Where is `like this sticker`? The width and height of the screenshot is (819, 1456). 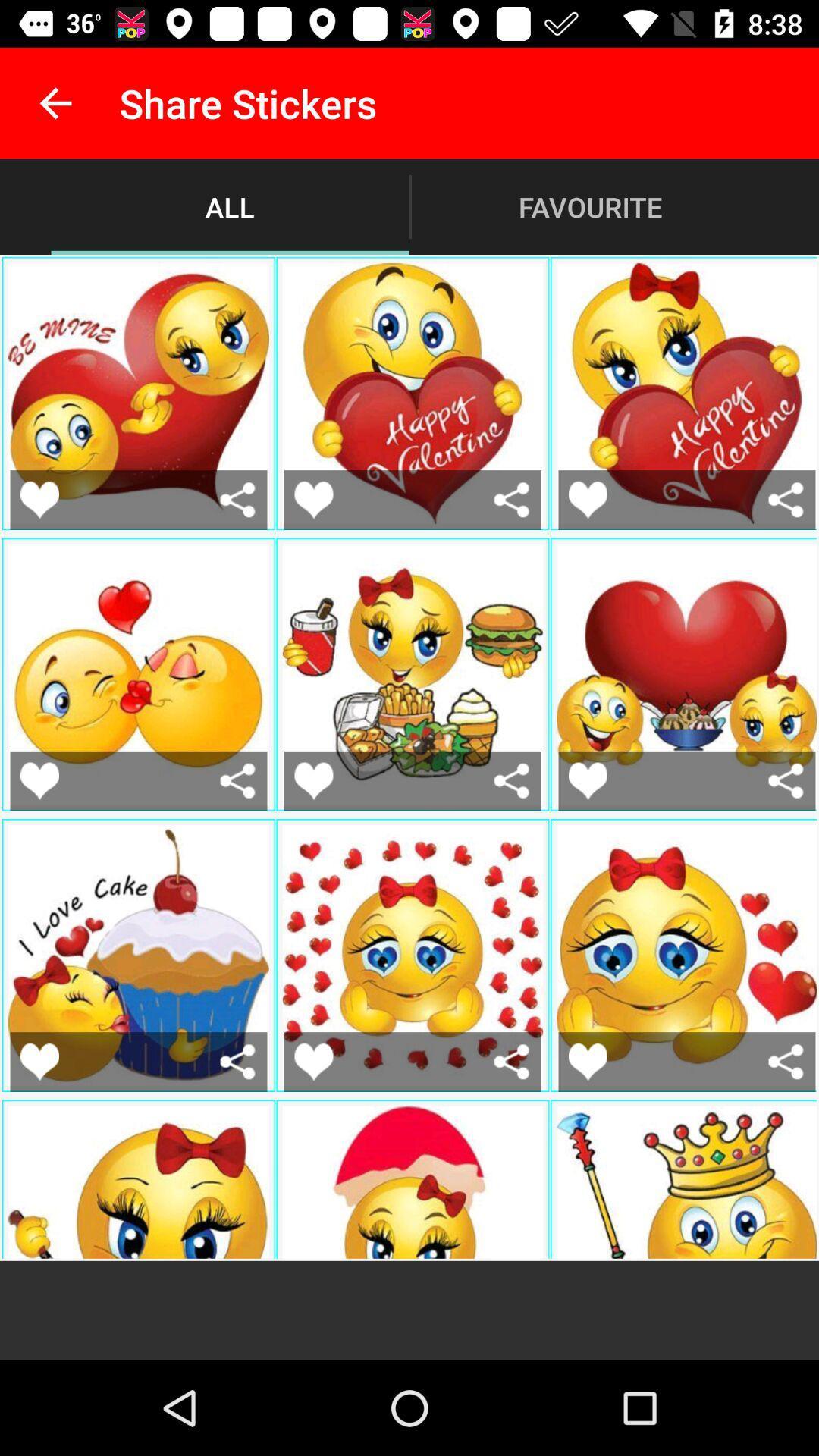 like this sticker is located at coordinates (587, 1061).